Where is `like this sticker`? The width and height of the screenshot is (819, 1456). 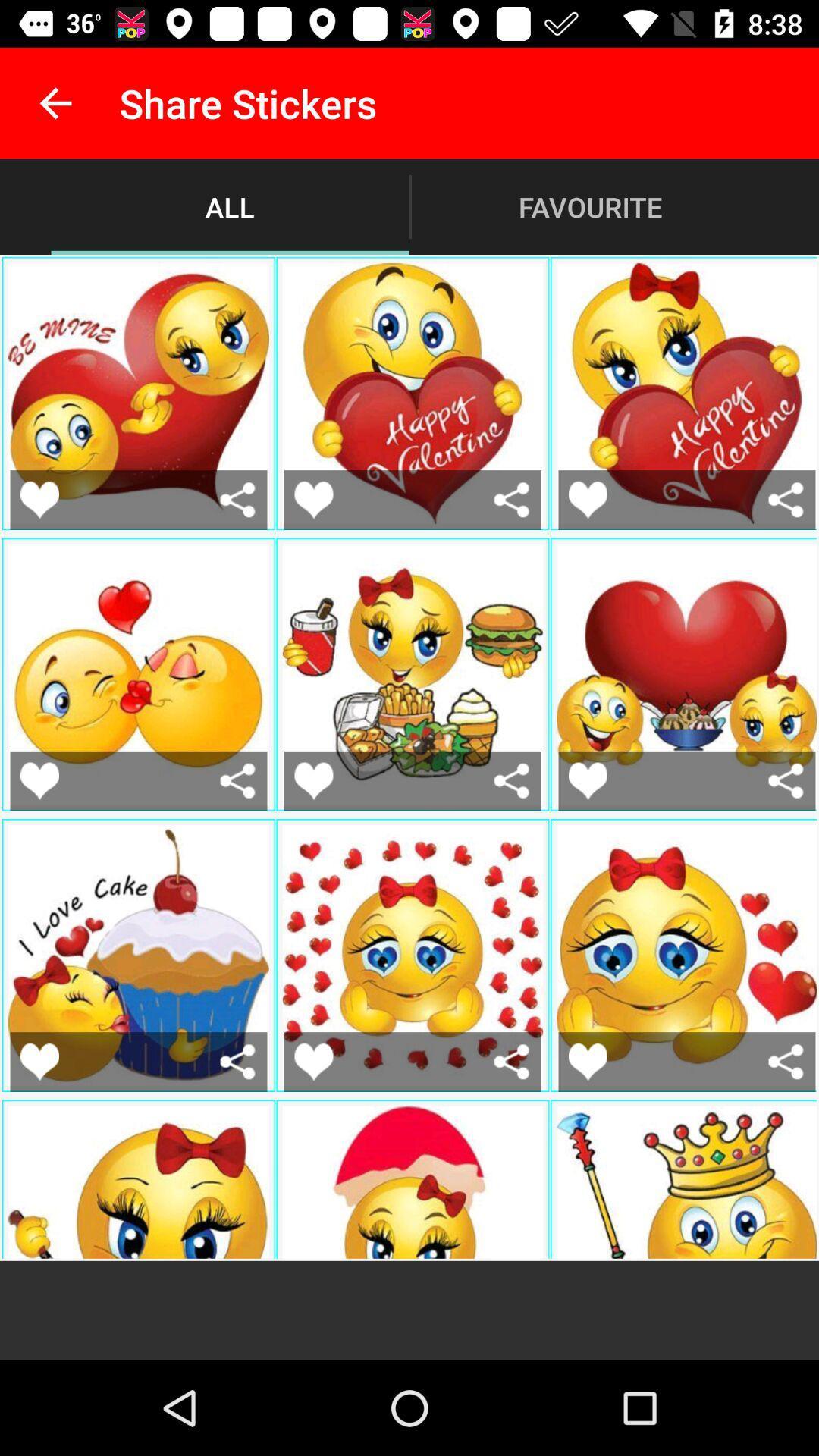 like this sticker is located at coordinates (587, 1061).